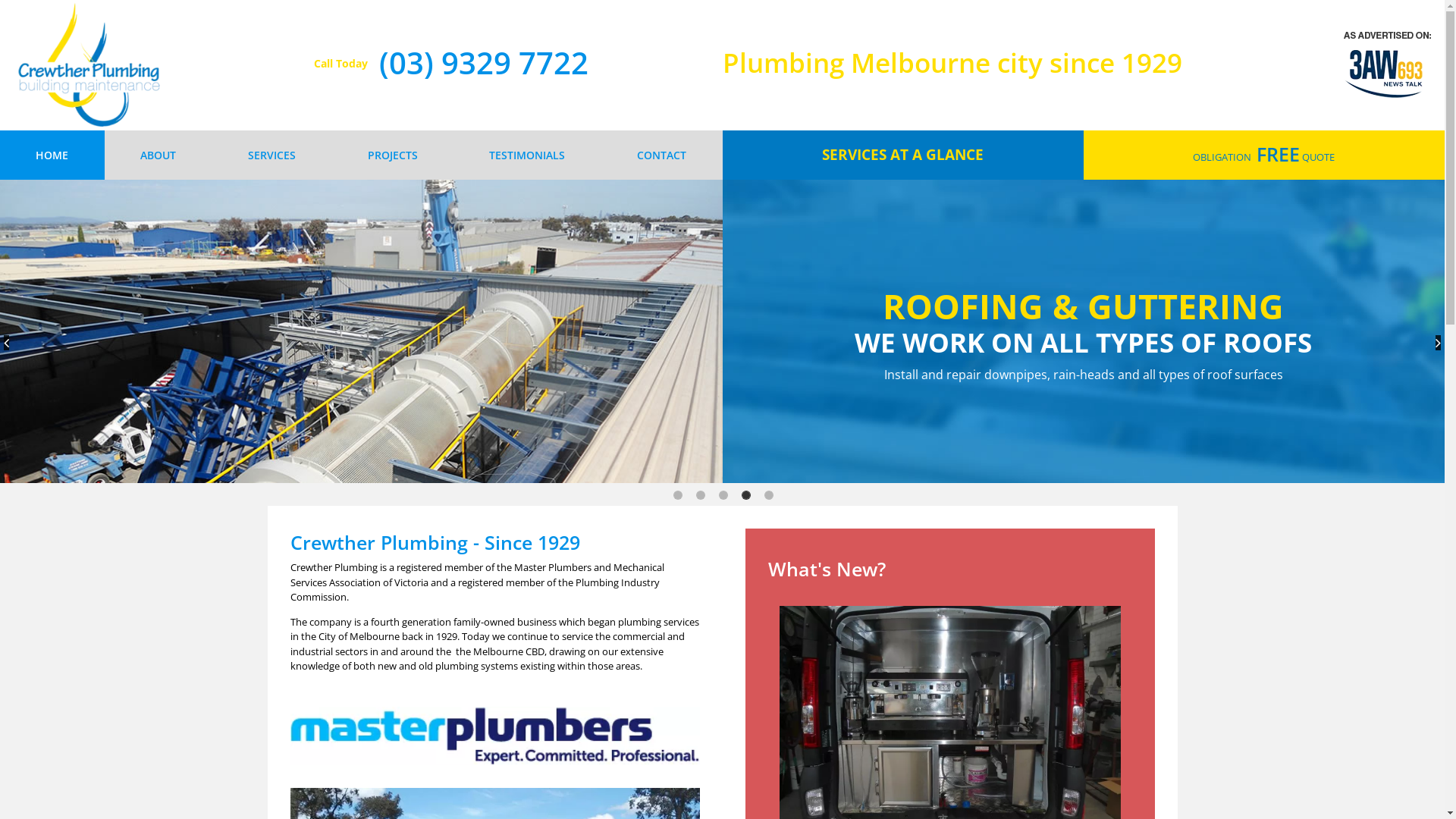 Image resolution: width=1456 pixels, height=819 pixels. Describe the element at coordinates (600, 155) in the screenshot. I see `'CONTACT'` at that location.